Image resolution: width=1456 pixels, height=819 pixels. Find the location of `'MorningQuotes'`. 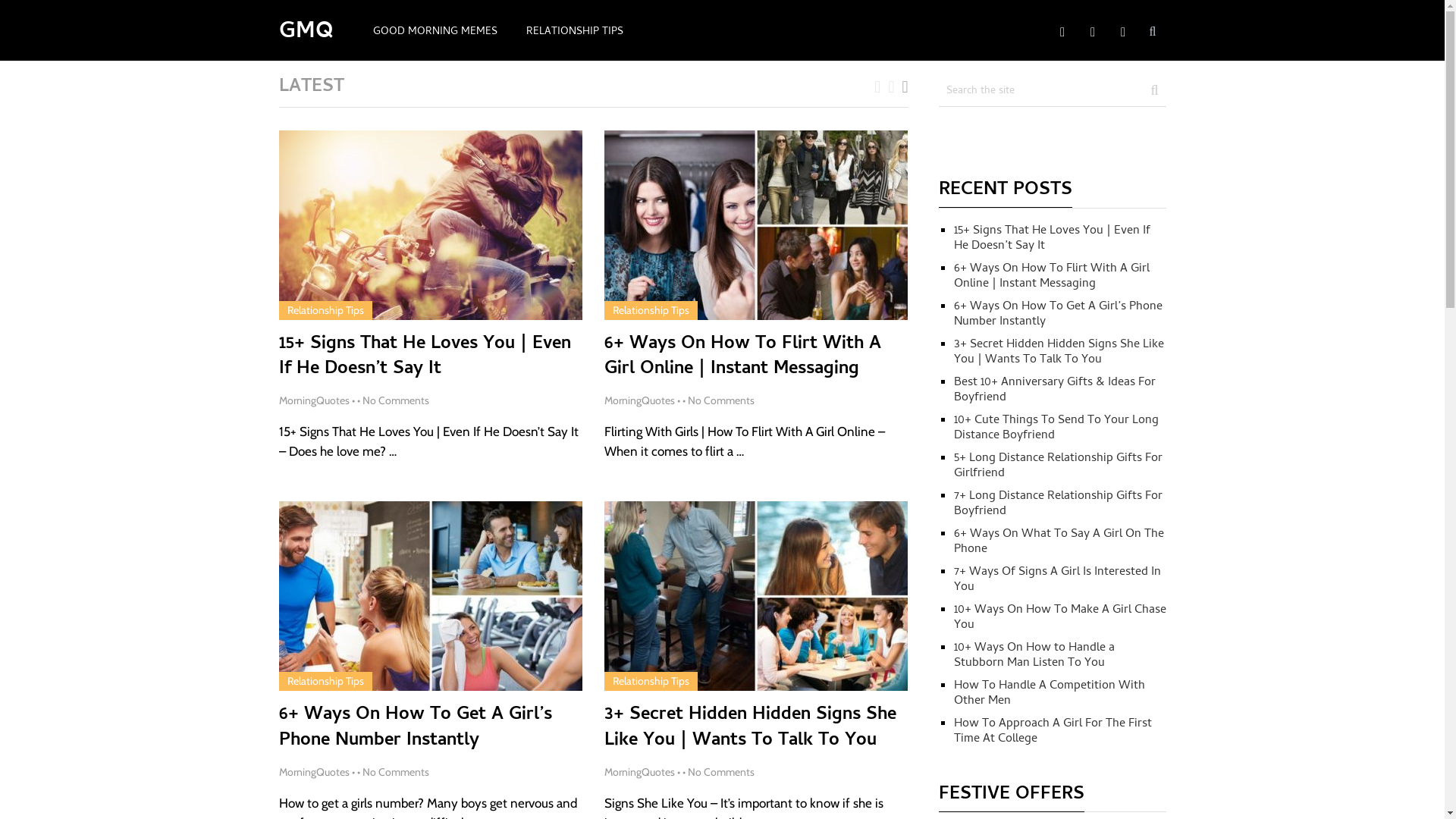

'MorningQuotes' is located at coordinates (313, 400).